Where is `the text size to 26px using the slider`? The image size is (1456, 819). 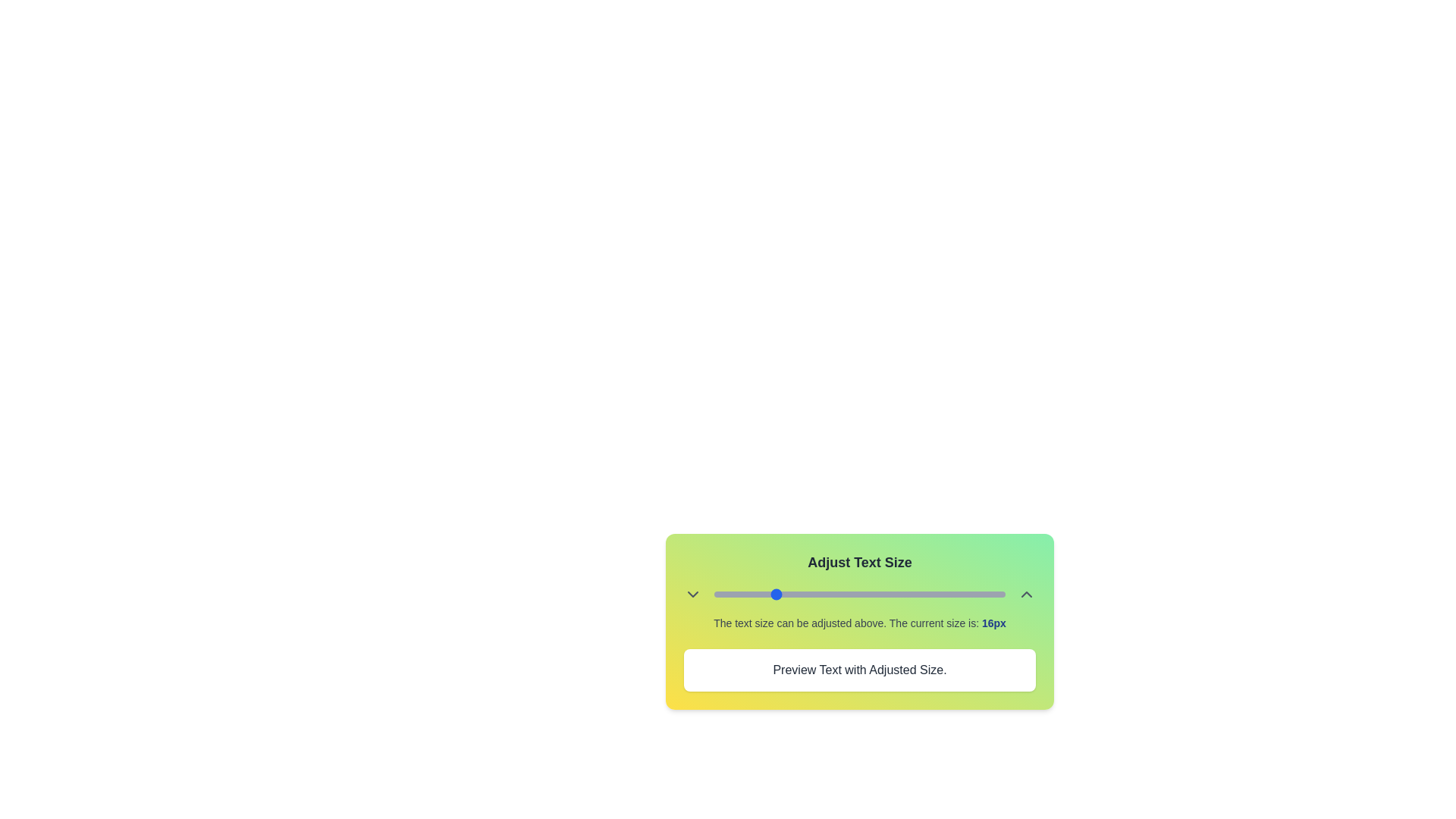
the text size to 26px using the slider is located at coordinates (844, 593).